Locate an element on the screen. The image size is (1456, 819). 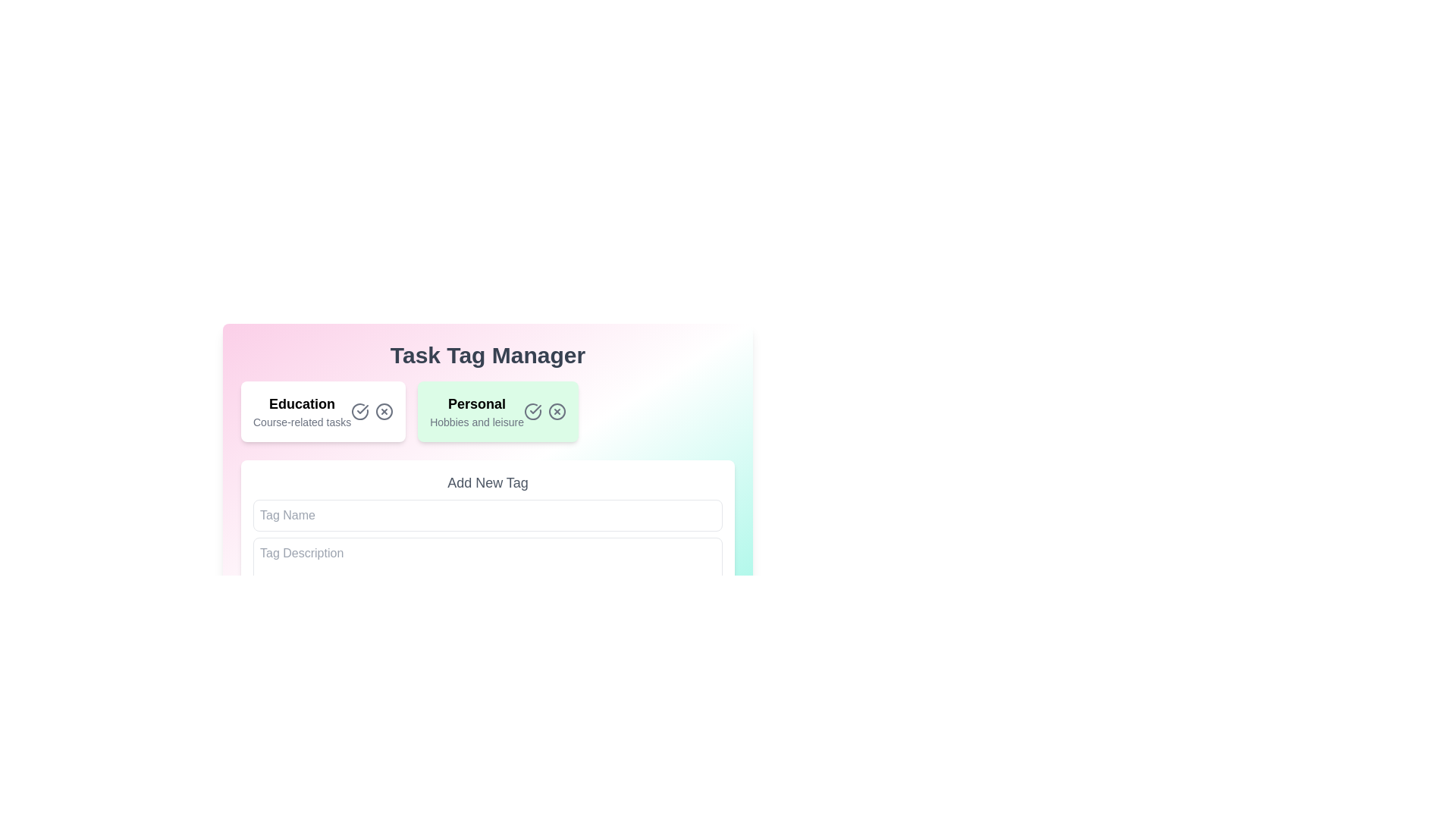
the text label displaying 'Course-related tasks' which is located below the 'Education' header is located at coordinates (302, 422).